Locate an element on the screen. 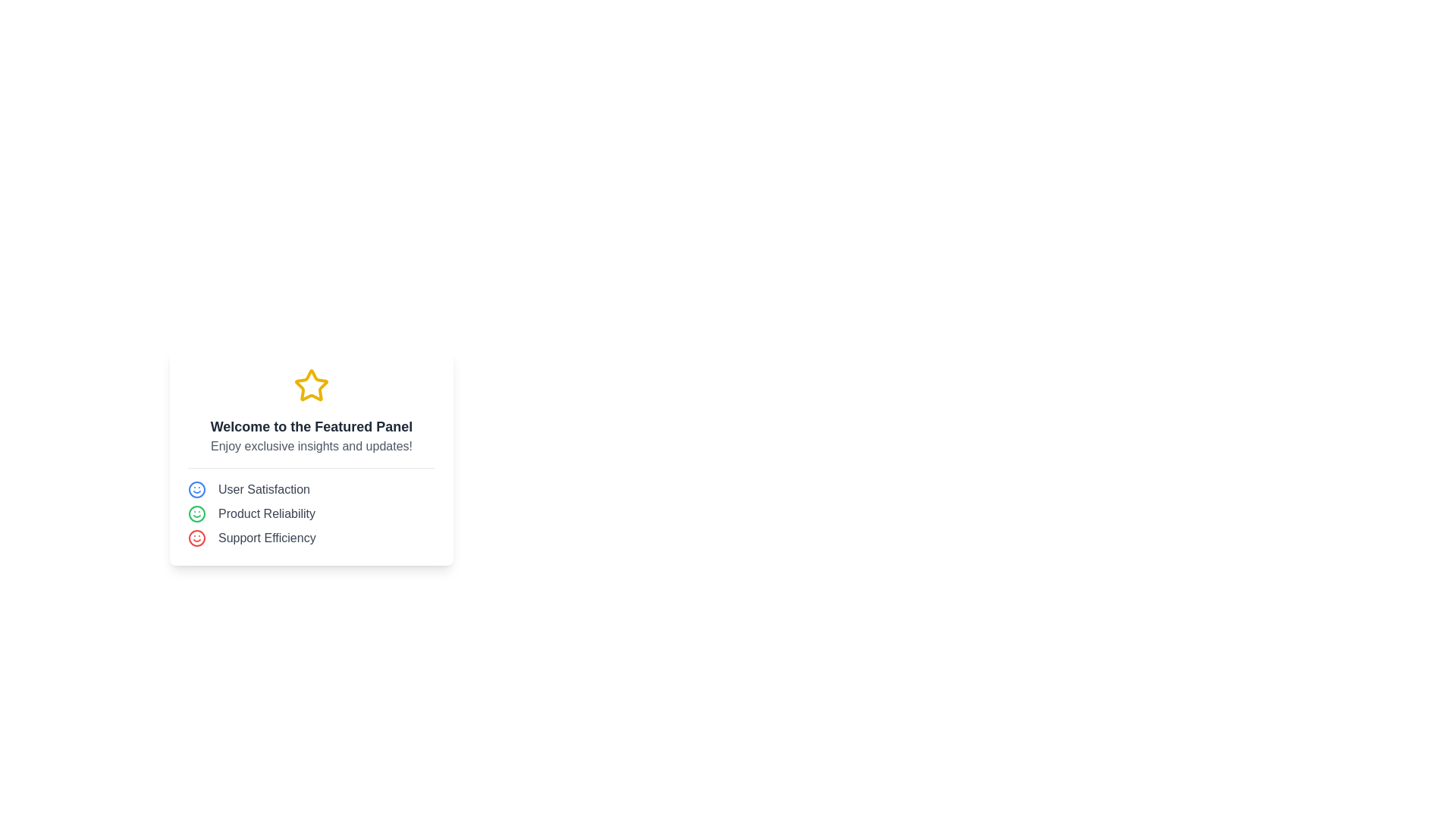  the central circular component of the smiling face icon with a green outline, located below the main heading panel is located at coordinates (196, 513).